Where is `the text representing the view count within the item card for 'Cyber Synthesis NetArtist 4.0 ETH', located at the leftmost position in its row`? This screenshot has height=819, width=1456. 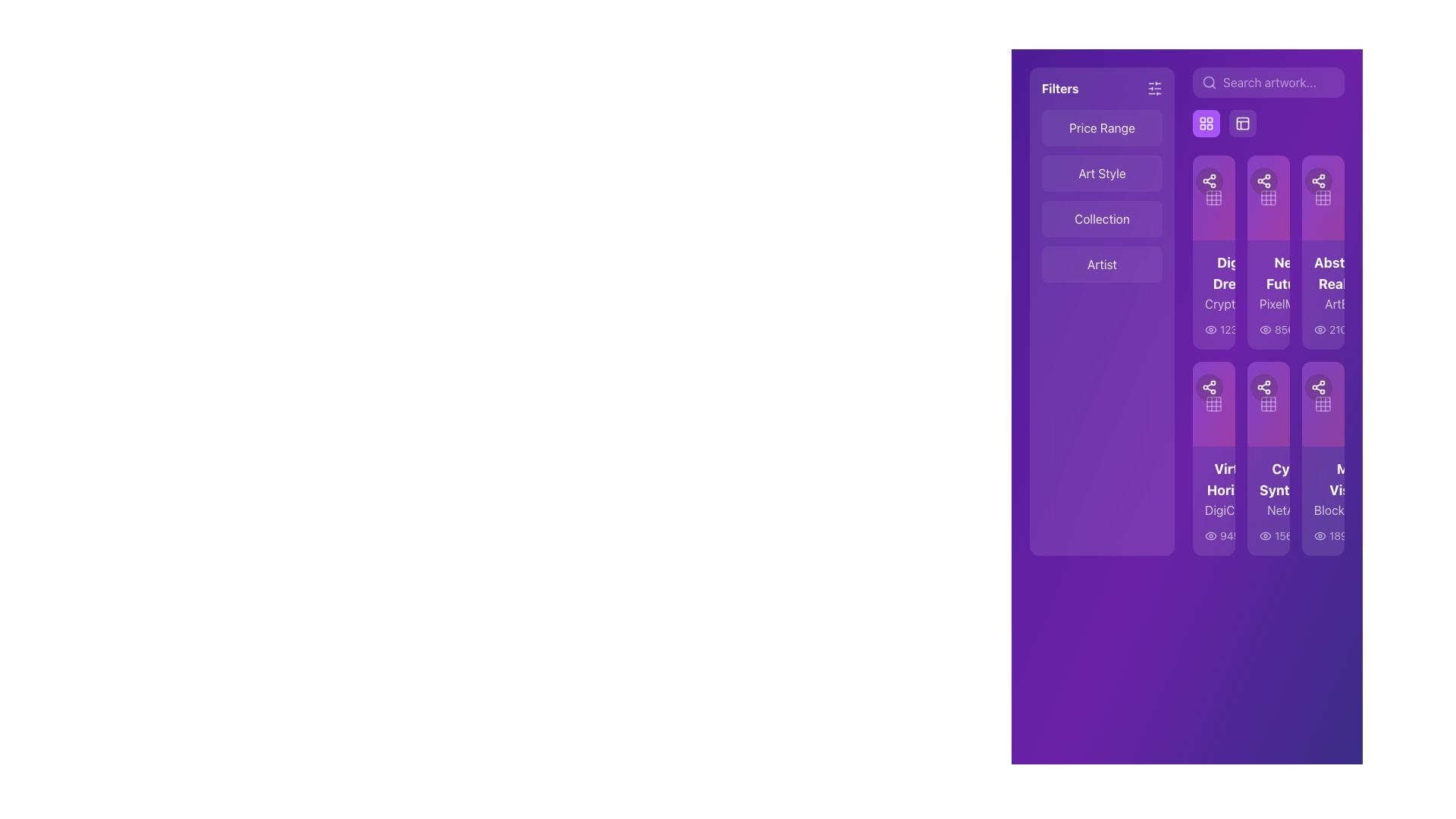 the text representing the view count within the item card for 'Cyber Synthesis NetArtist 4.0 ETH', located at the leftmost position in its row is located at coordinates (1269, 535).